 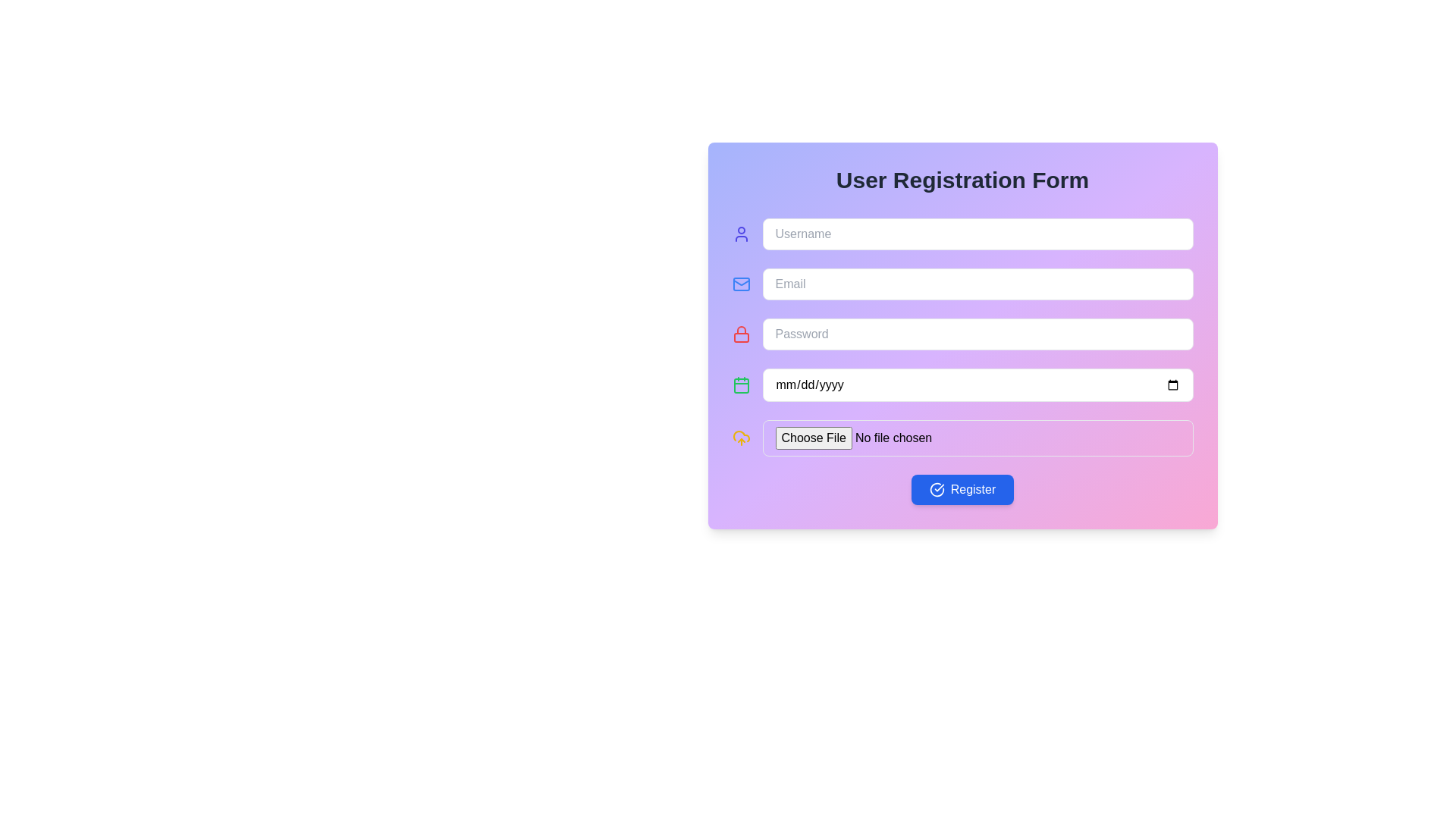 What do you see at coordinates (962, 489) in the screenshot?
I see `the submission button located centrally at the bottom of the registration form` at bounding box center [962, 489].